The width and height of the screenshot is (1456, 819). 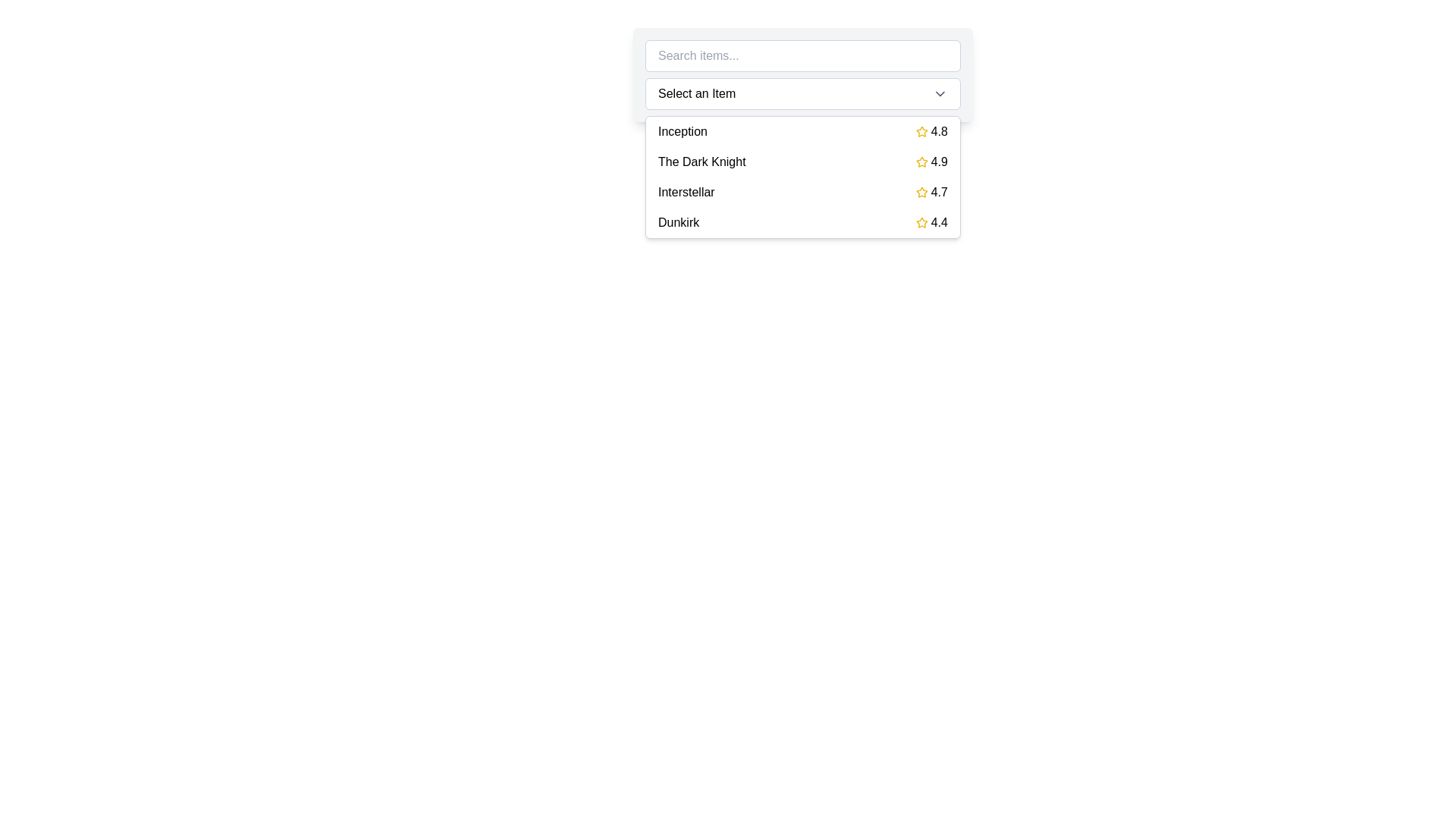 I want to click on the rating value associated with the yellow star-shaped rating icon next to the text '4.4' in the fourth row of the list item 'Dunkirk', so click(x=921, y=222).